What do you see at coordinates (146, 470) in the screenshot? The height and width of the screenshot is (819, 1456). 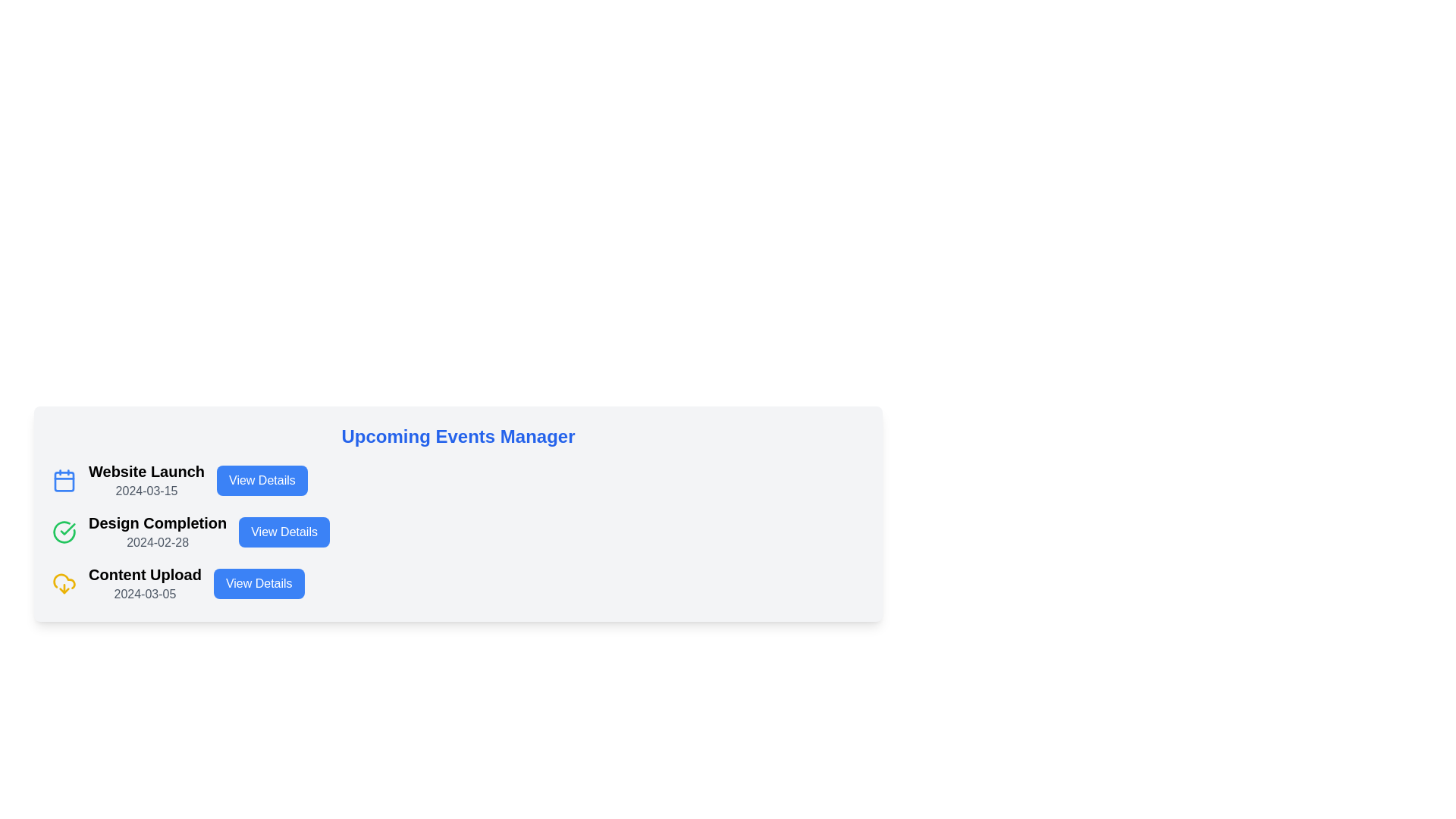 I see `the text label for the event 'Website Launch', which is the primary textual content at the top of the list of upcoming events` at bounding box center [146, 470].